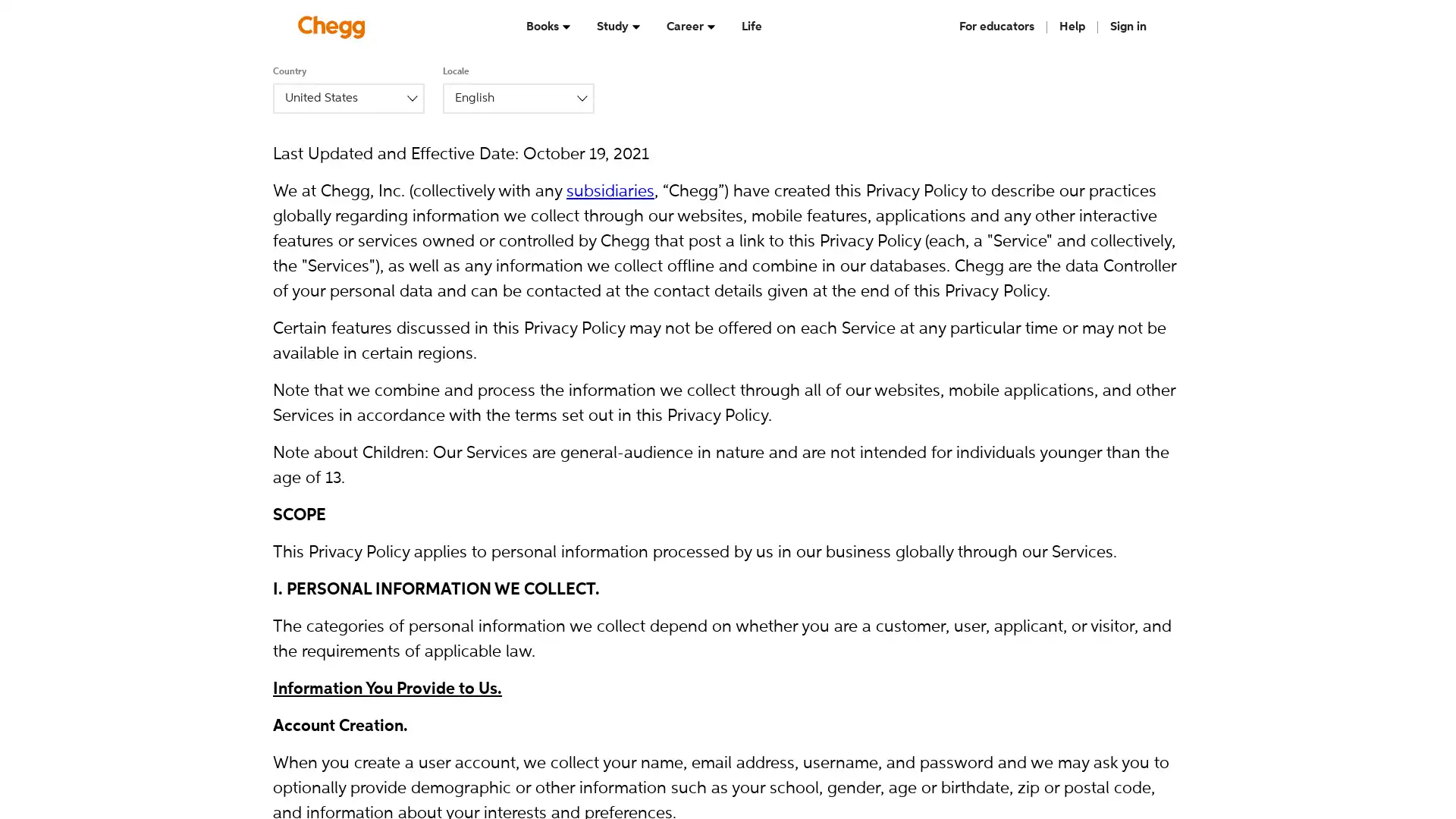 Image resolution: width=1456 pixels, height=819 pixels. What do you see at coordinates (710, 27) in the screenshot?
I see `open submenu for Career` at bounding box center [710, 27].